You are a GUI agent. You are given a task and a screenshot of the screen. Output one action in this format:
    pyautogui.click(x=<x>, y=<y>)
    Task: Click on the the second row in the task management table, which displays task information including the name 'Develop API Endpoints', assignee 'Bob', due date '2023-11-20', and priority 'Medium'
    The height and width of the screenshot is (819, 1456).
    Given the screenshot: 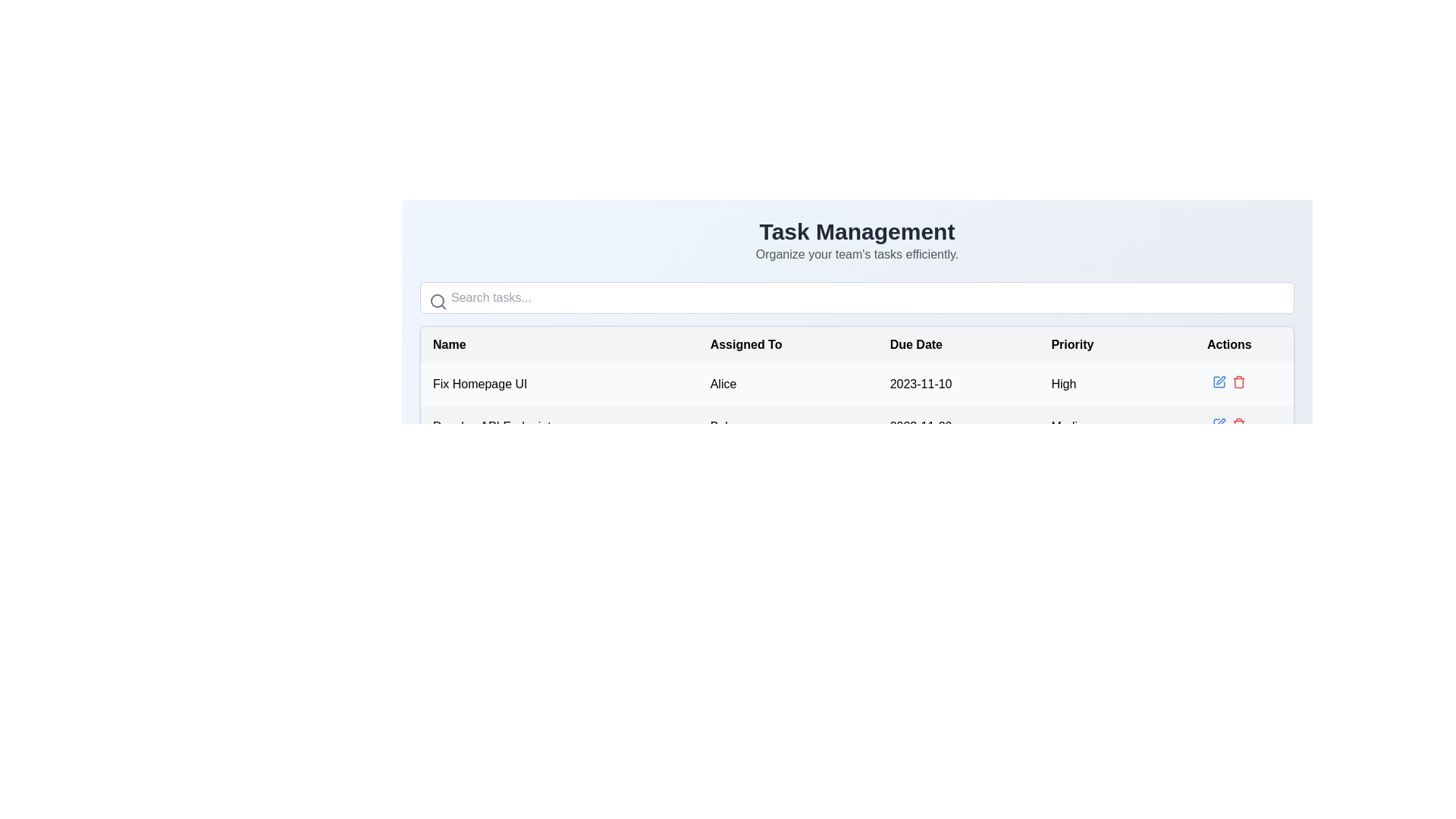 What is the action you would take?
    pyautogui.click(x=857, y=427)
    